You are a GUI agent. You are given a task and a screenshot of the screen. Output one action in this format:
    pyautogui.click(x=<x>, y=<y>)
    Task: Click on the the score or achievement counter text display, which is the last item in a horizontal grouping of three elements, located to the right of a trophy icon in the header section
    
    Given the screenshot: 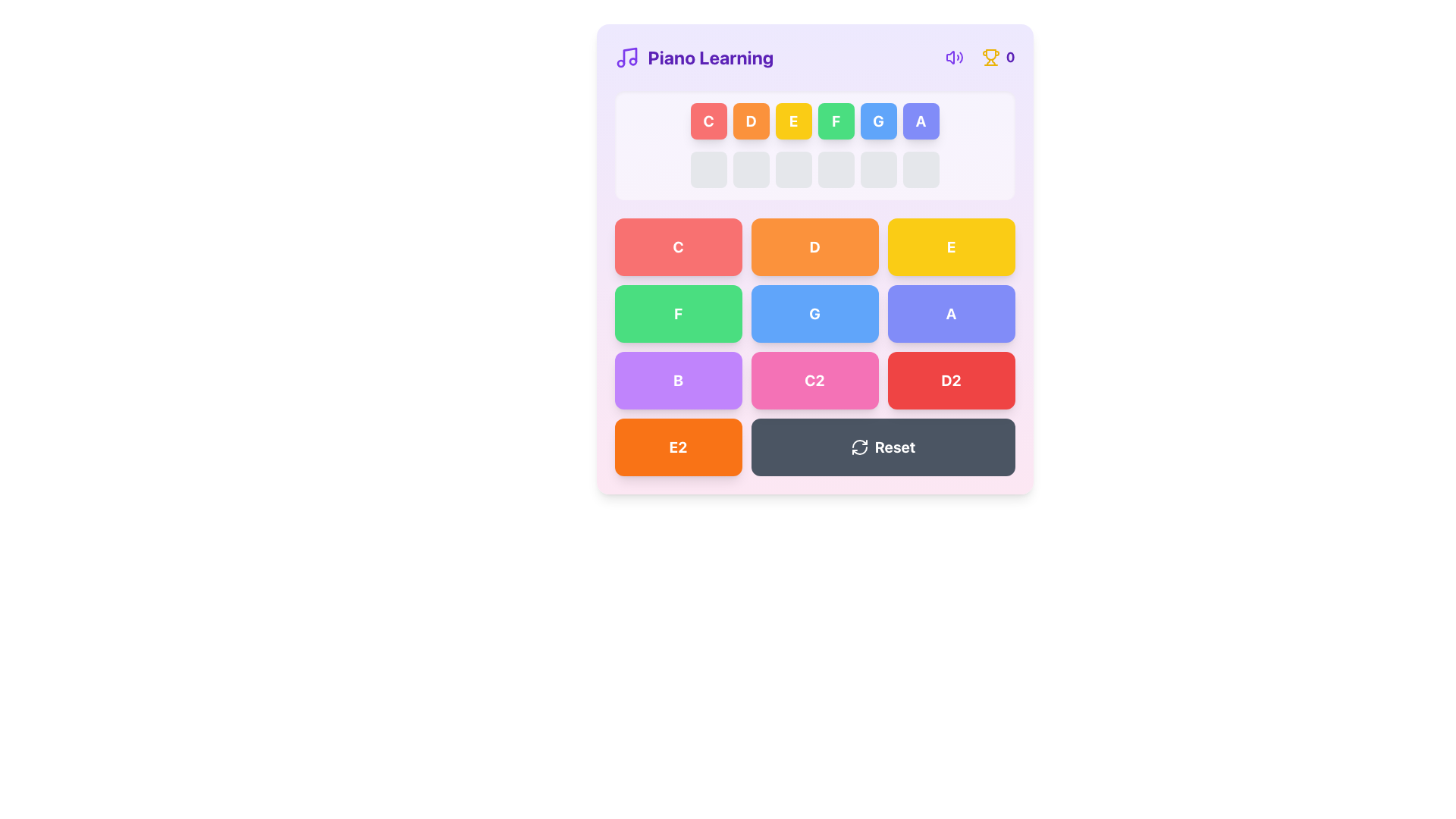 What is the action you would take?
    pyautogui.click(x=977, y=57)
    